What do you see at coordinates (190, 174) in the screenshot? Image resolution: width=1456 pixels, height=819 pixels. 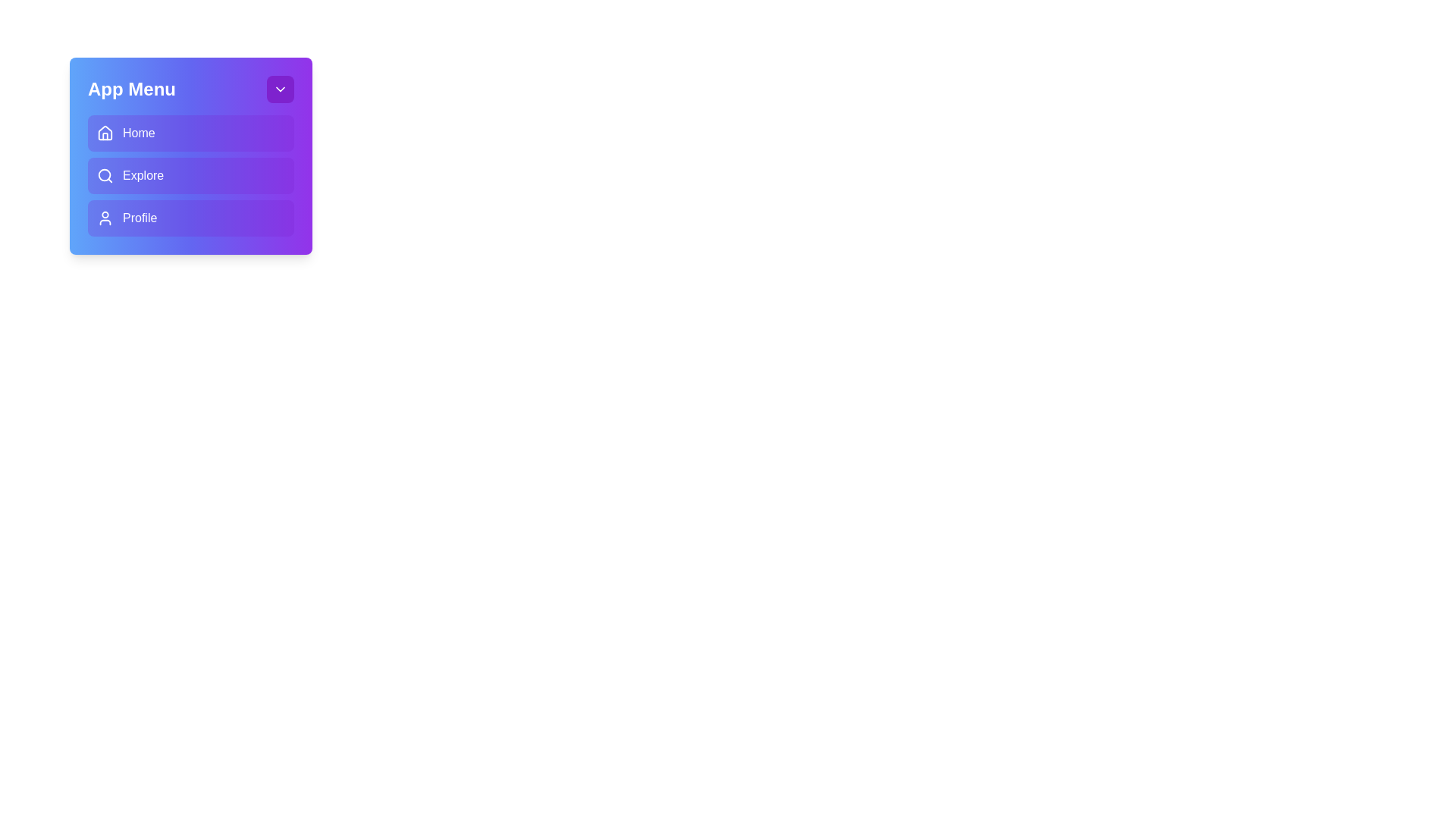 I see `the 'Explore' button located` at bounding box center [190, 174].